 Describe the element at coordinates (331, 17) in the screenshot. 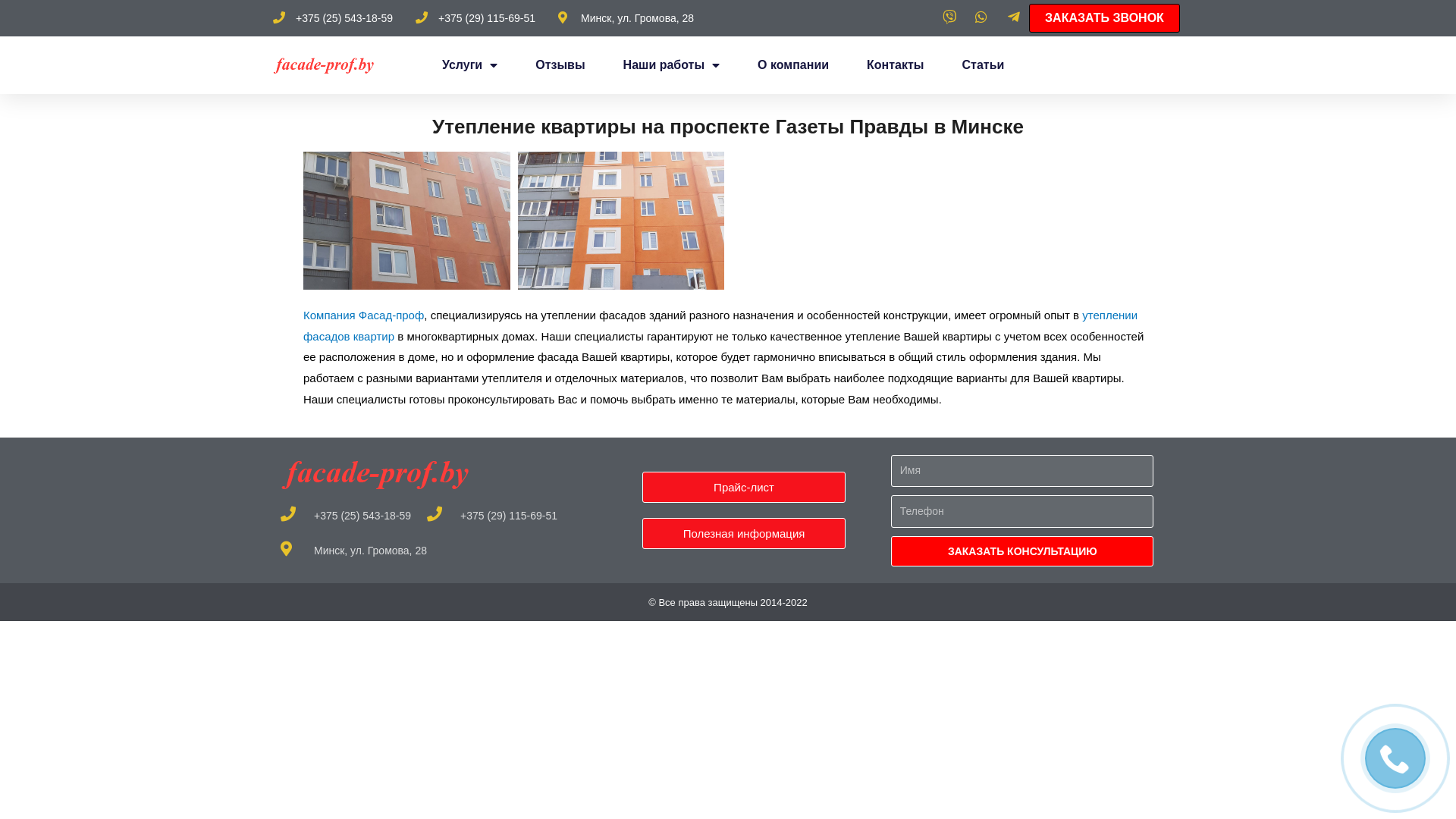

I see `'+375 (25) 543-18-59'` at that location.